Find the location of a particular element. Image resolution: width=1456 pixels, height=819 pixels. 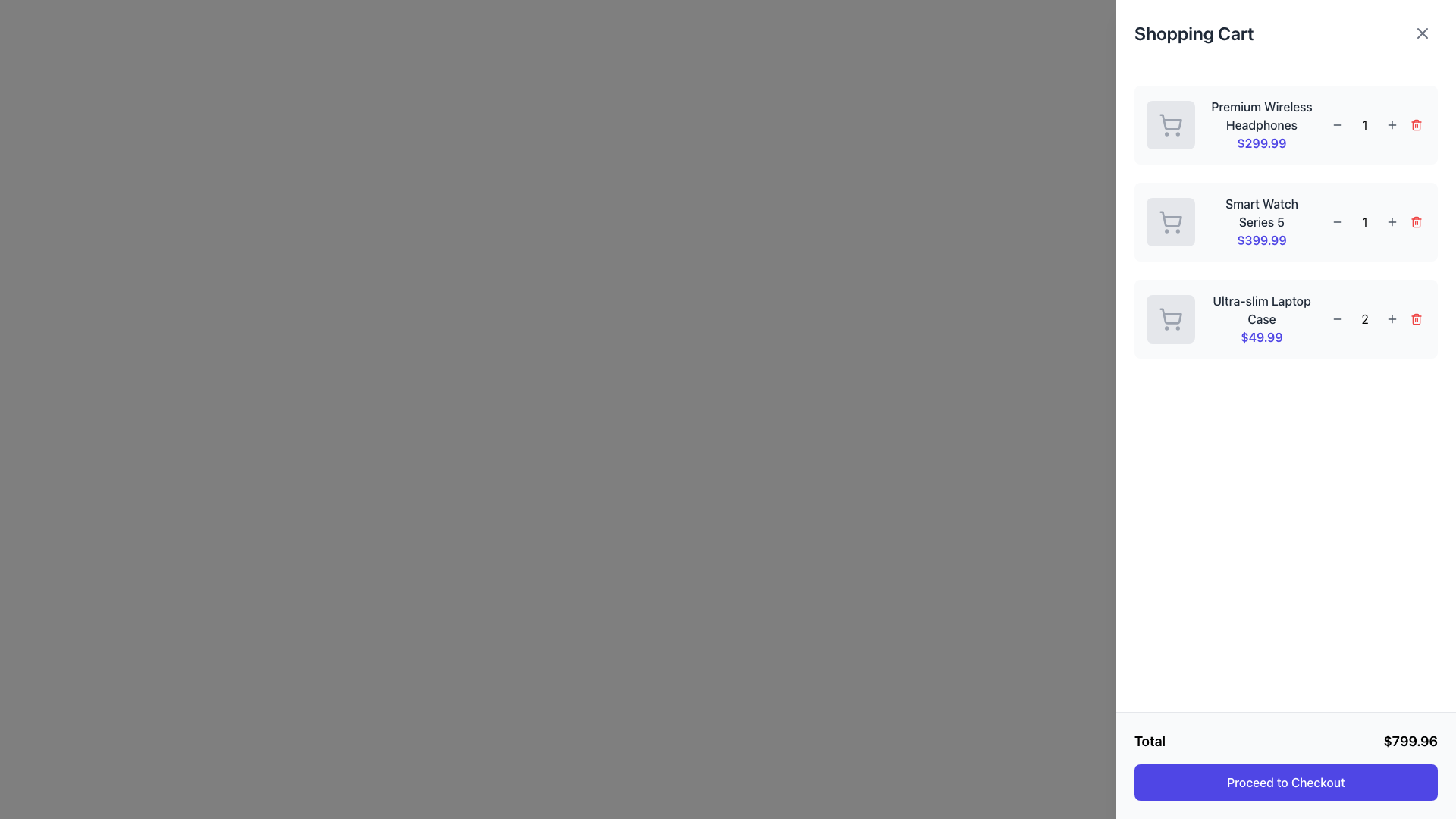

the text block displaying 'Premium Wireless Headphones' with the price '$299.99' in the right-side panel of the shopping cart interface is located at coordinates (1262, 124).